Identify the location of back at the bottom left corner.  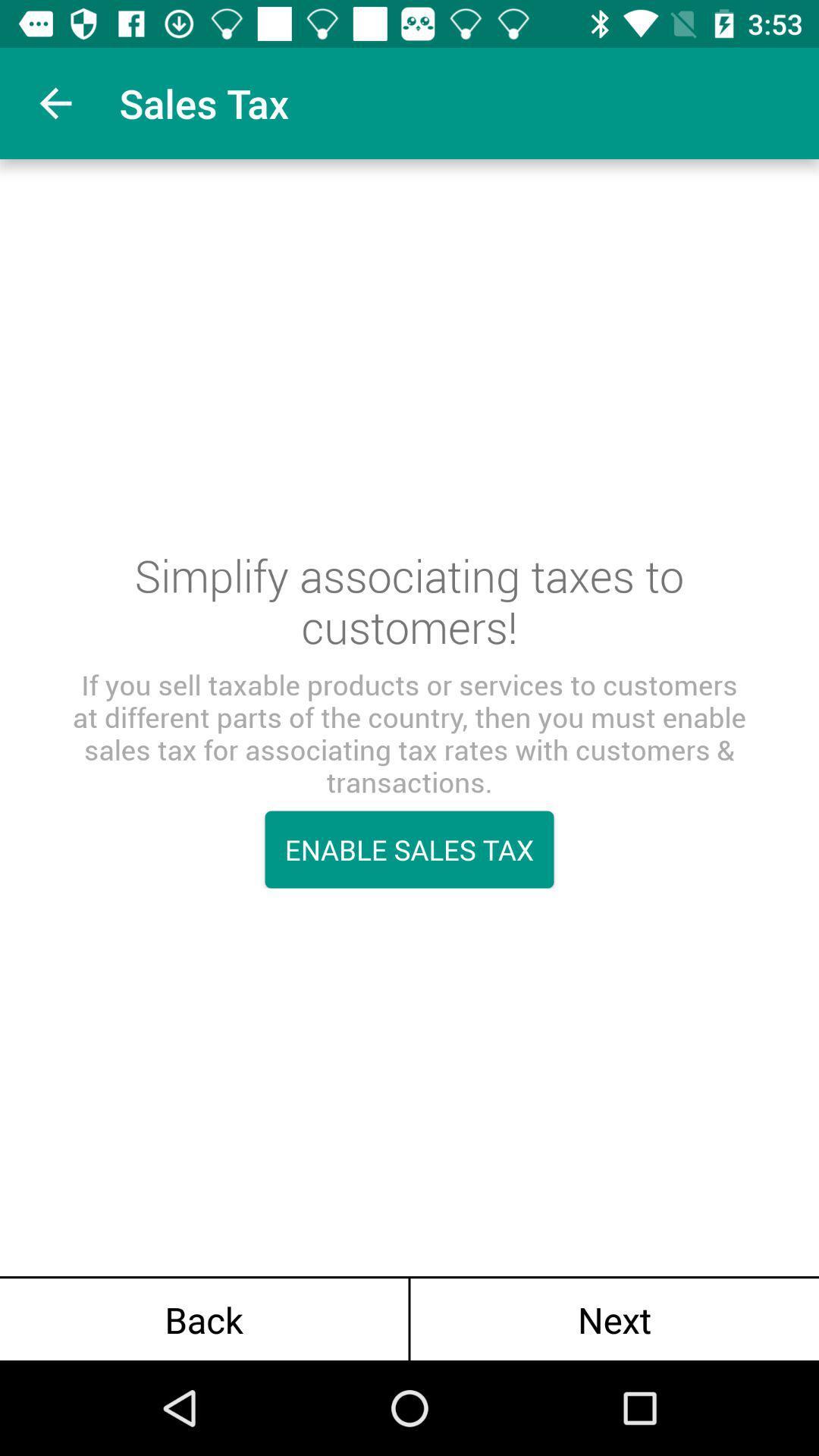
(203, 1318).